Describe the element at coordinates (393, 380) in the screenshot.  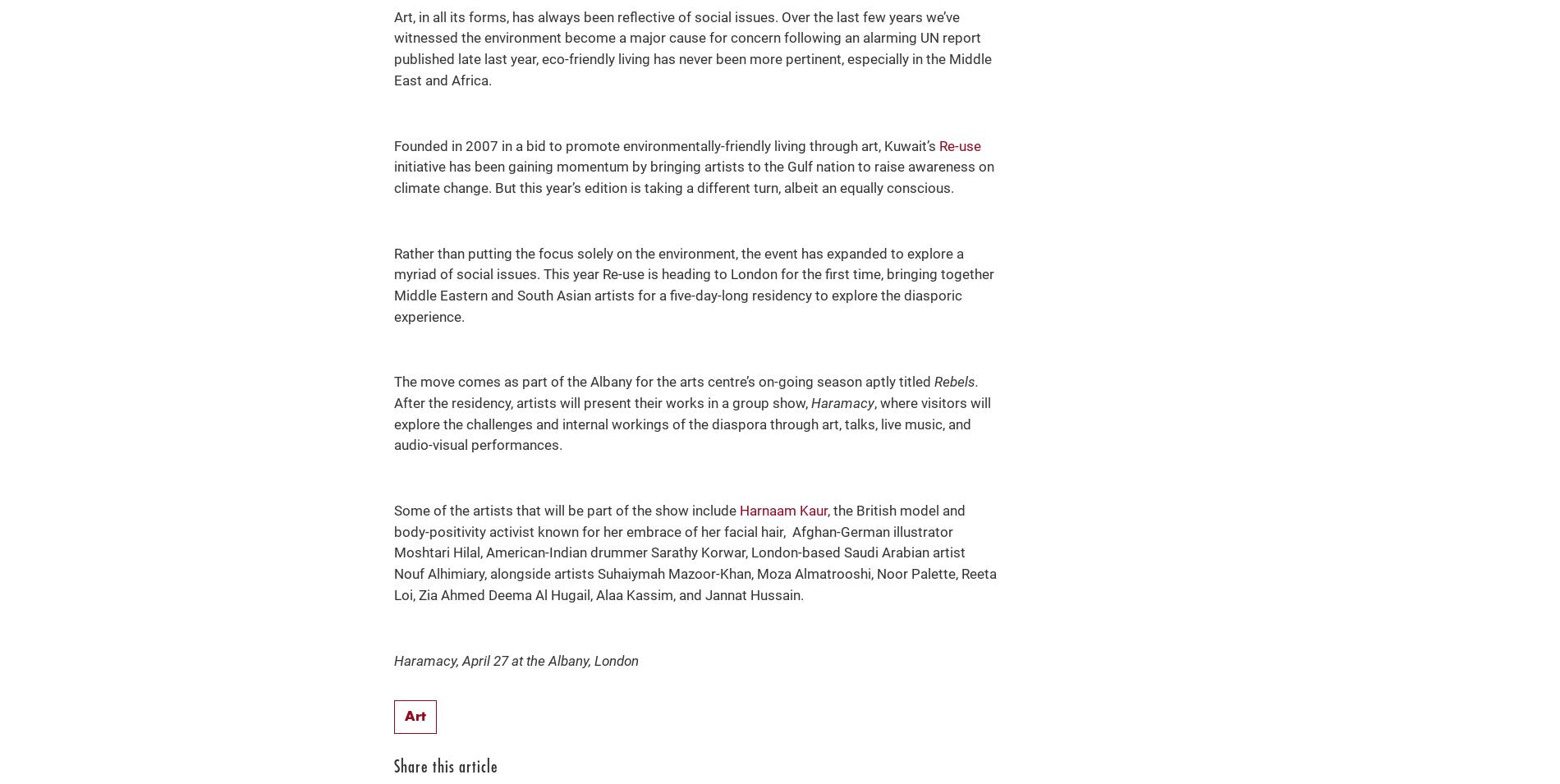
I see `'The move comes as part of the Albany for the arts centre’s on-going season aptly titled'` at that location.